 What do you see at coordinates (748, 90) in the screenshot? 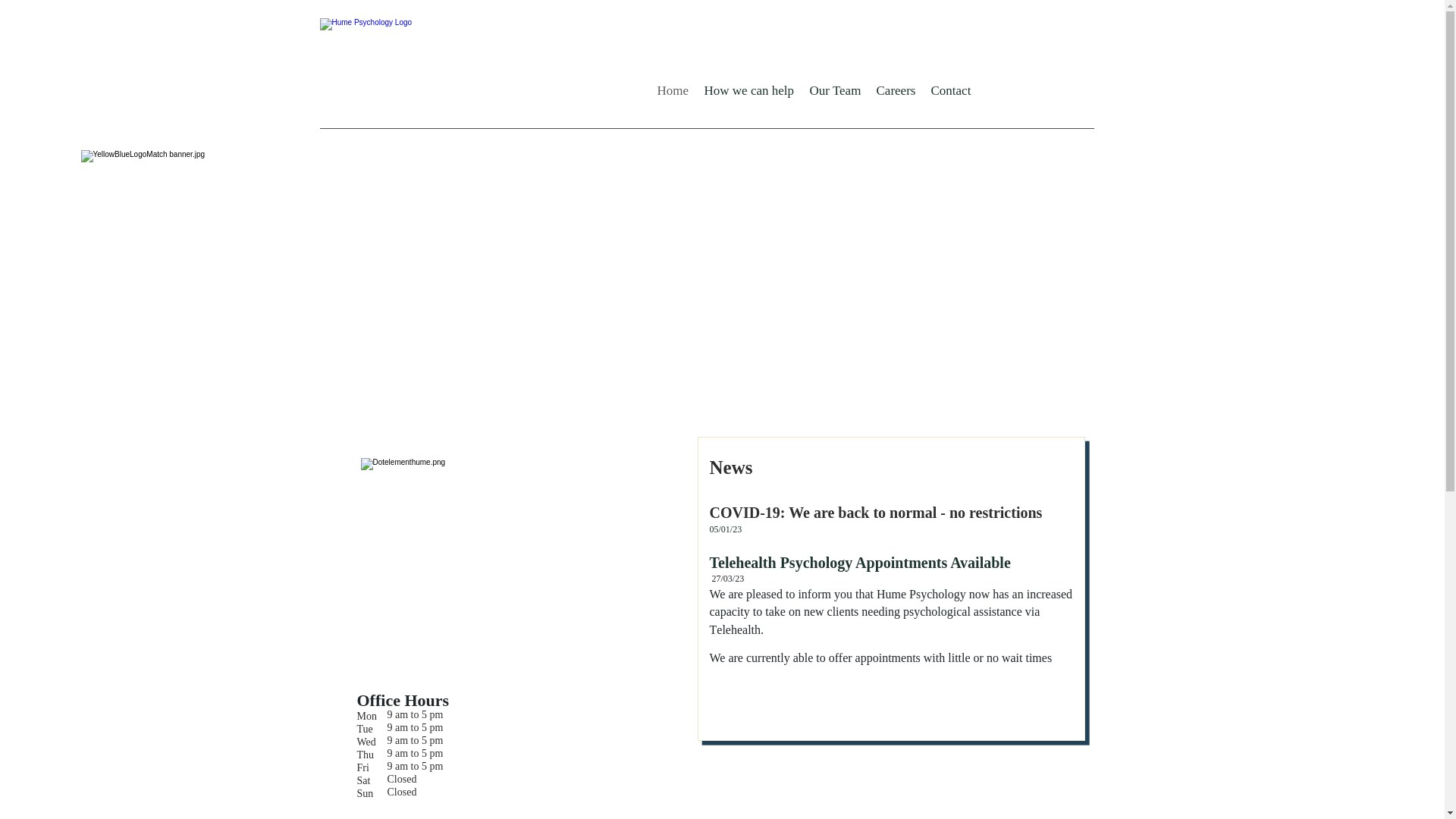
I see `'How we can help'` at bounding box center [748, 90].